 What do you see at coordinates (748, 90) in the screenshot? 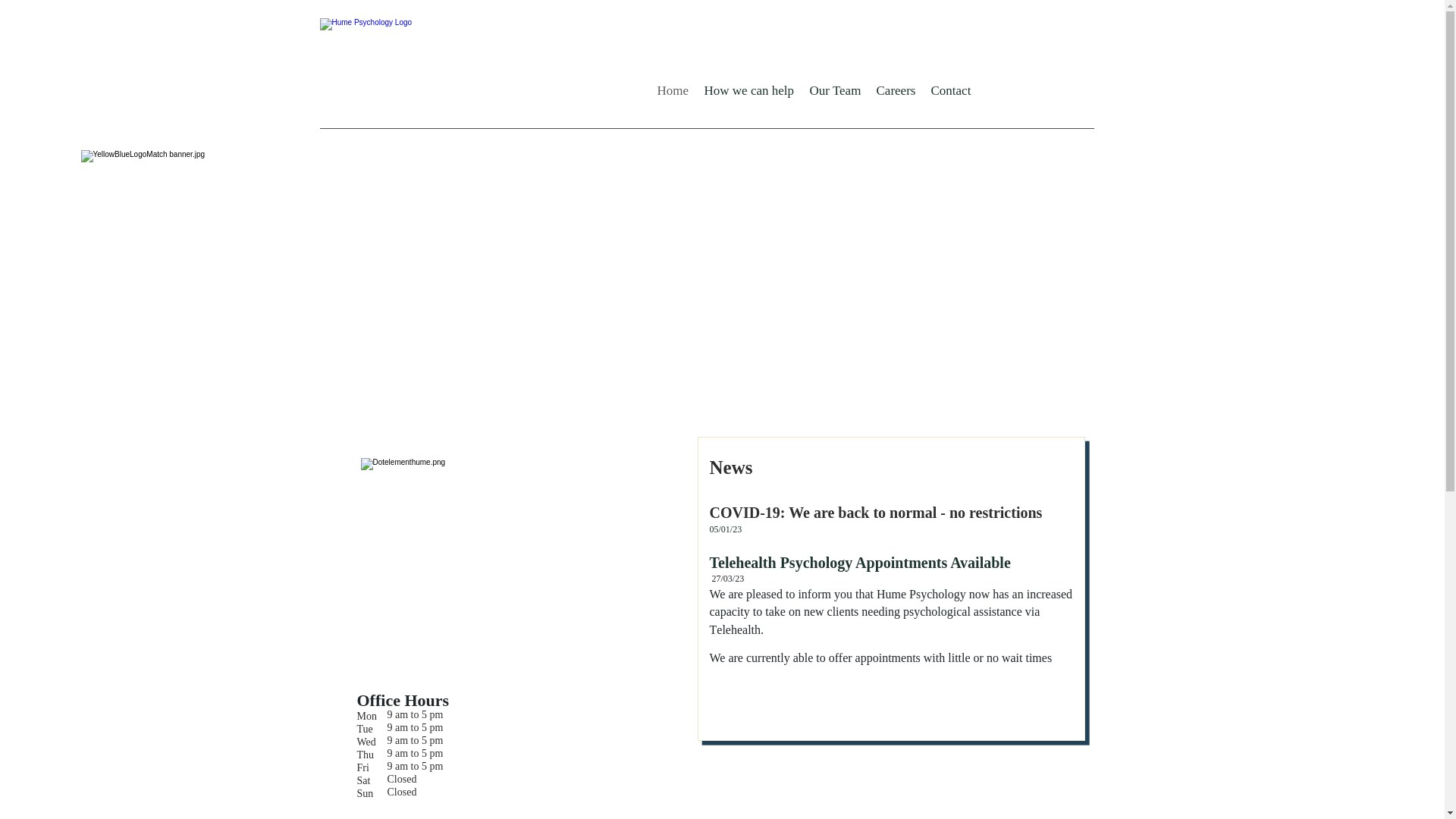
I see `'How we can help'` at bounding box center [748, 90].